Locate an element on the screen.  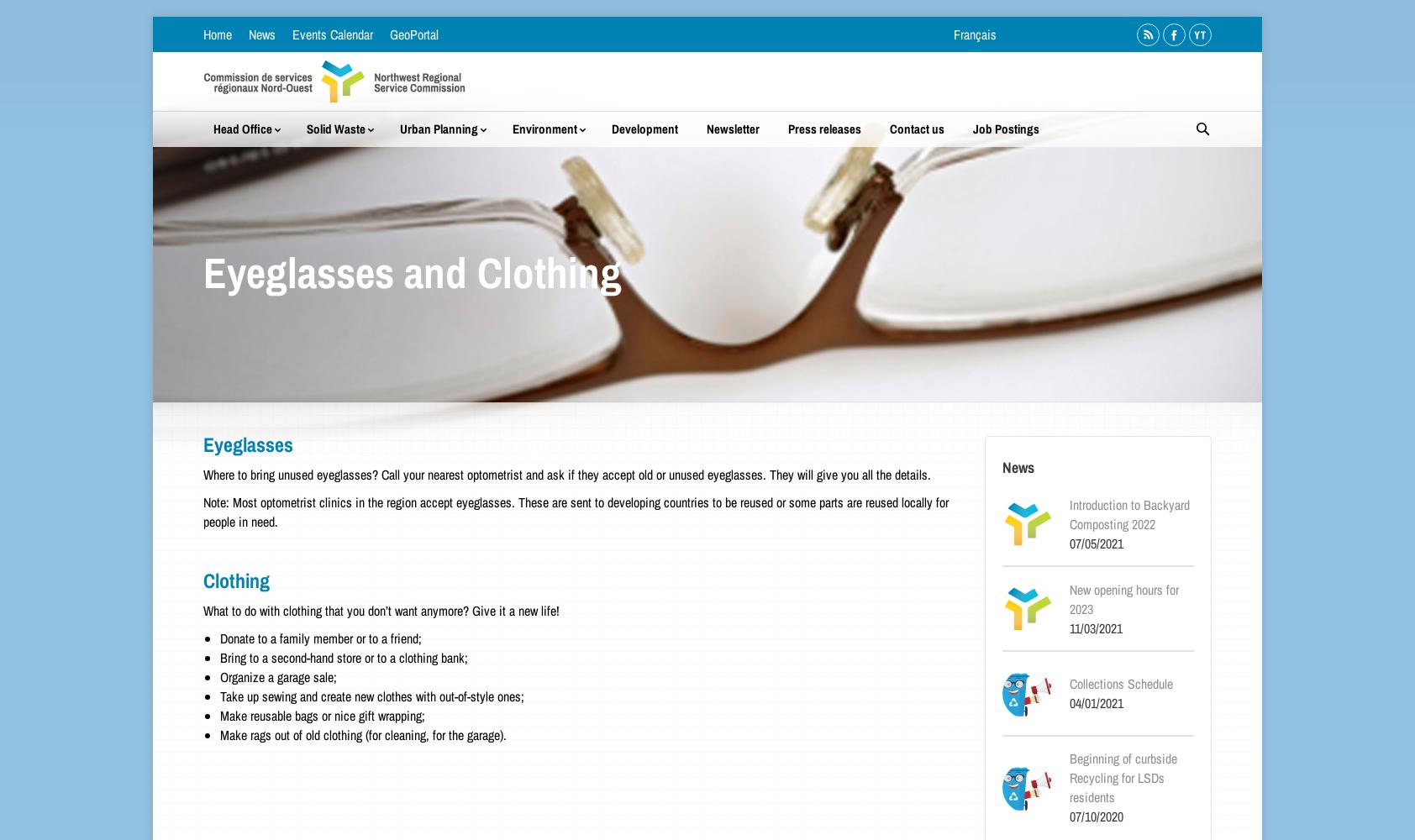
'Permit Costs/Service Fees' is located at coordinates (984, 207).